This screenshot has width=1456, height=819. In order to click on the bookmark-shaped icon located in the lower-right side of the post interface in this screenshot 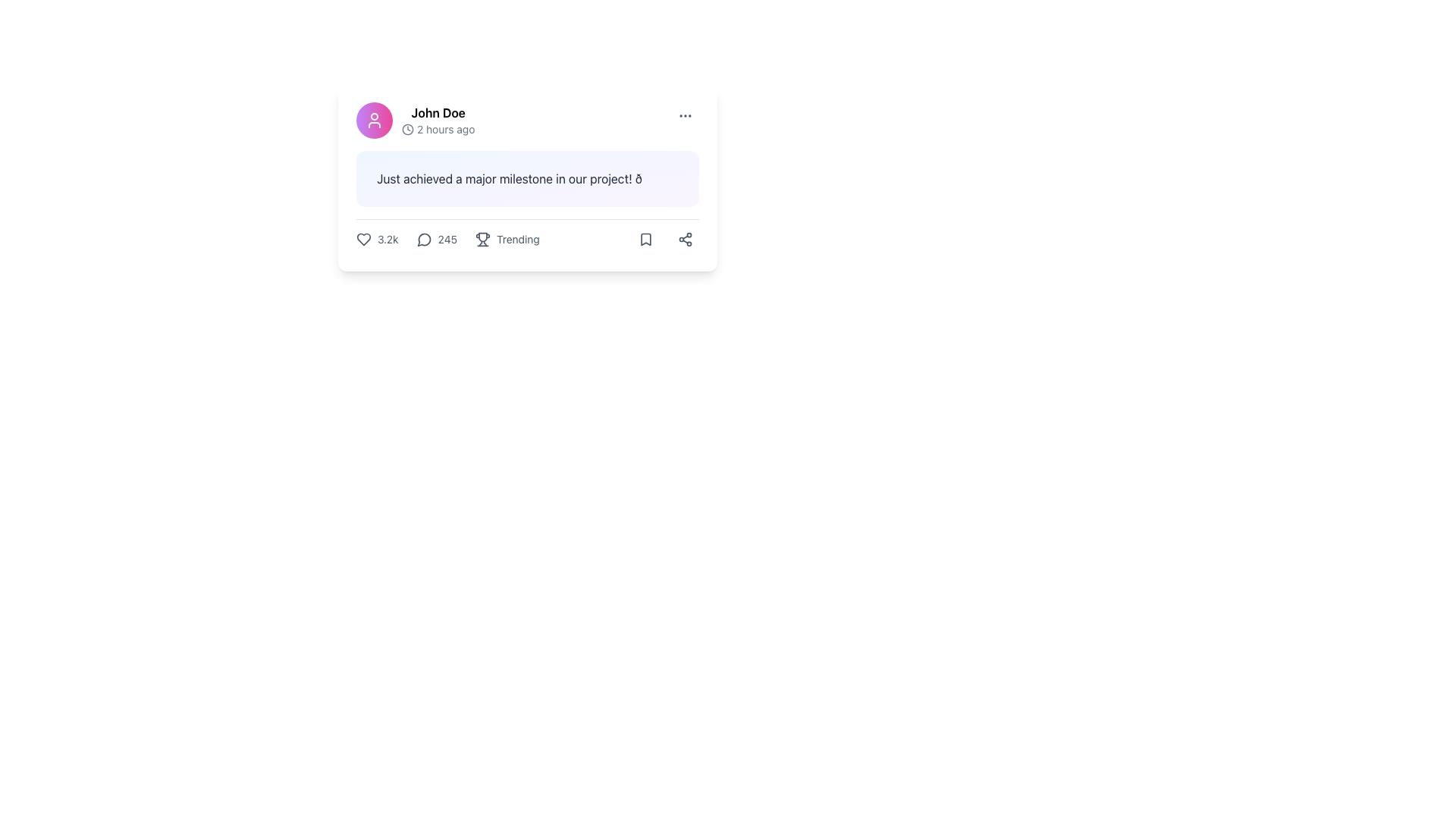, I will do `click(645, 239)`.